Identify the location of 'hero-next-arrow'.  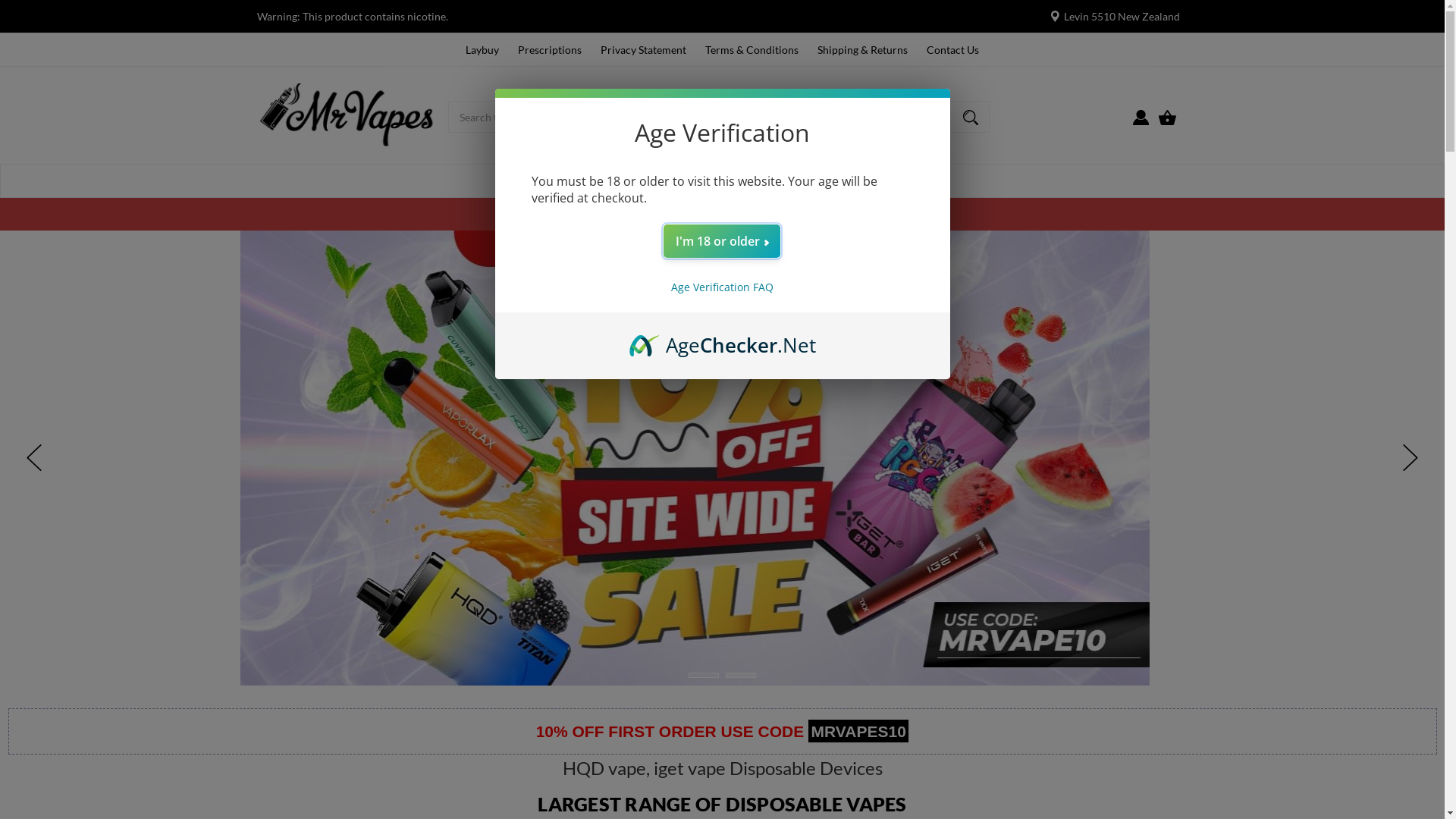
(1410, 457).